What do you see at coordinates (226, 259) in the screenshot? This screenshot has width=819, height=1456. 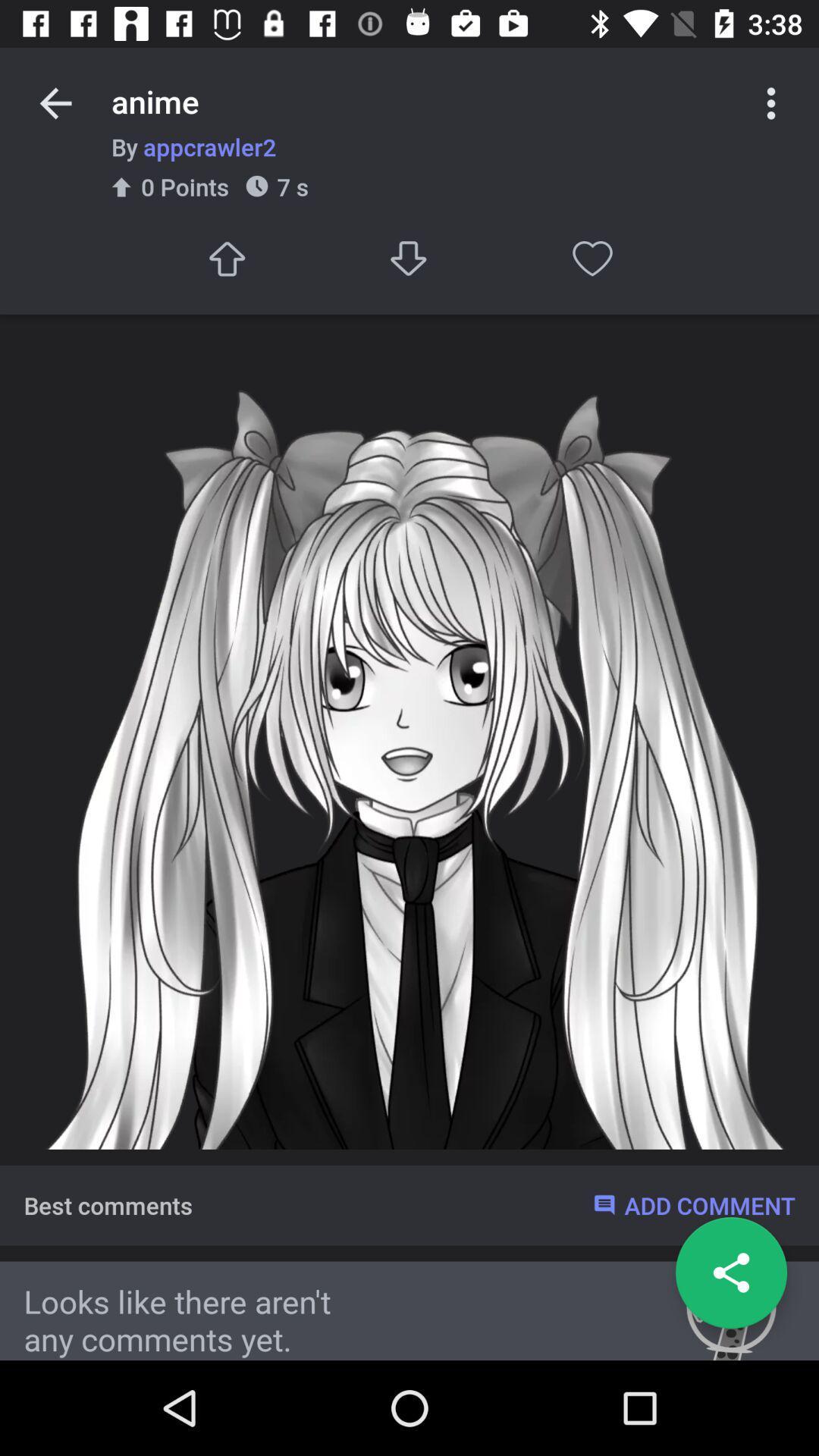 I see `the arrow_upward icon` at bounding box center [226, 259].